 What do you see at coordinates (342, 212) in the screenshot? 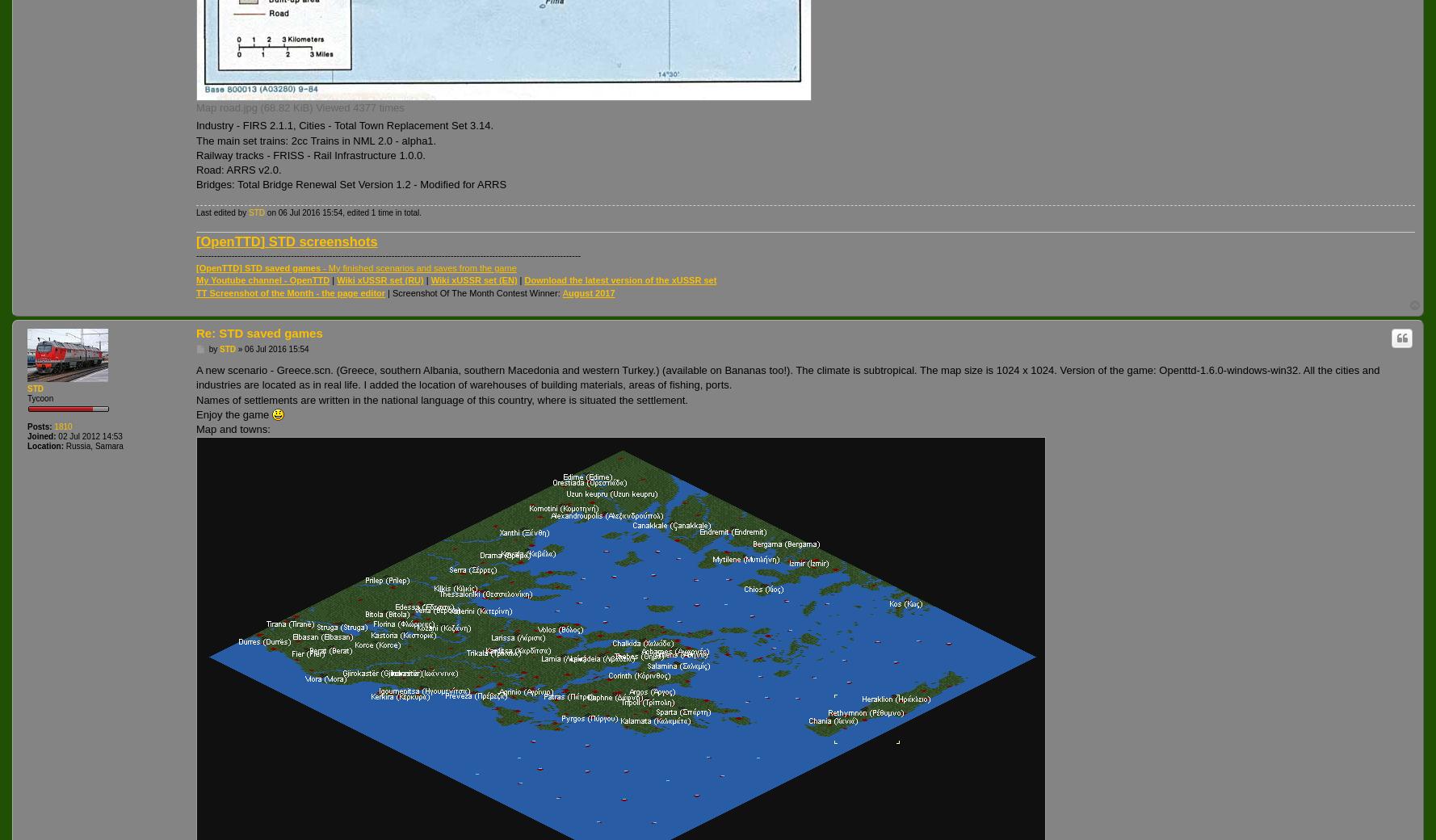
I see `'on 06 Jul 2016 15:54, edited 1 time in total.'` at bounding box center [342, 212].